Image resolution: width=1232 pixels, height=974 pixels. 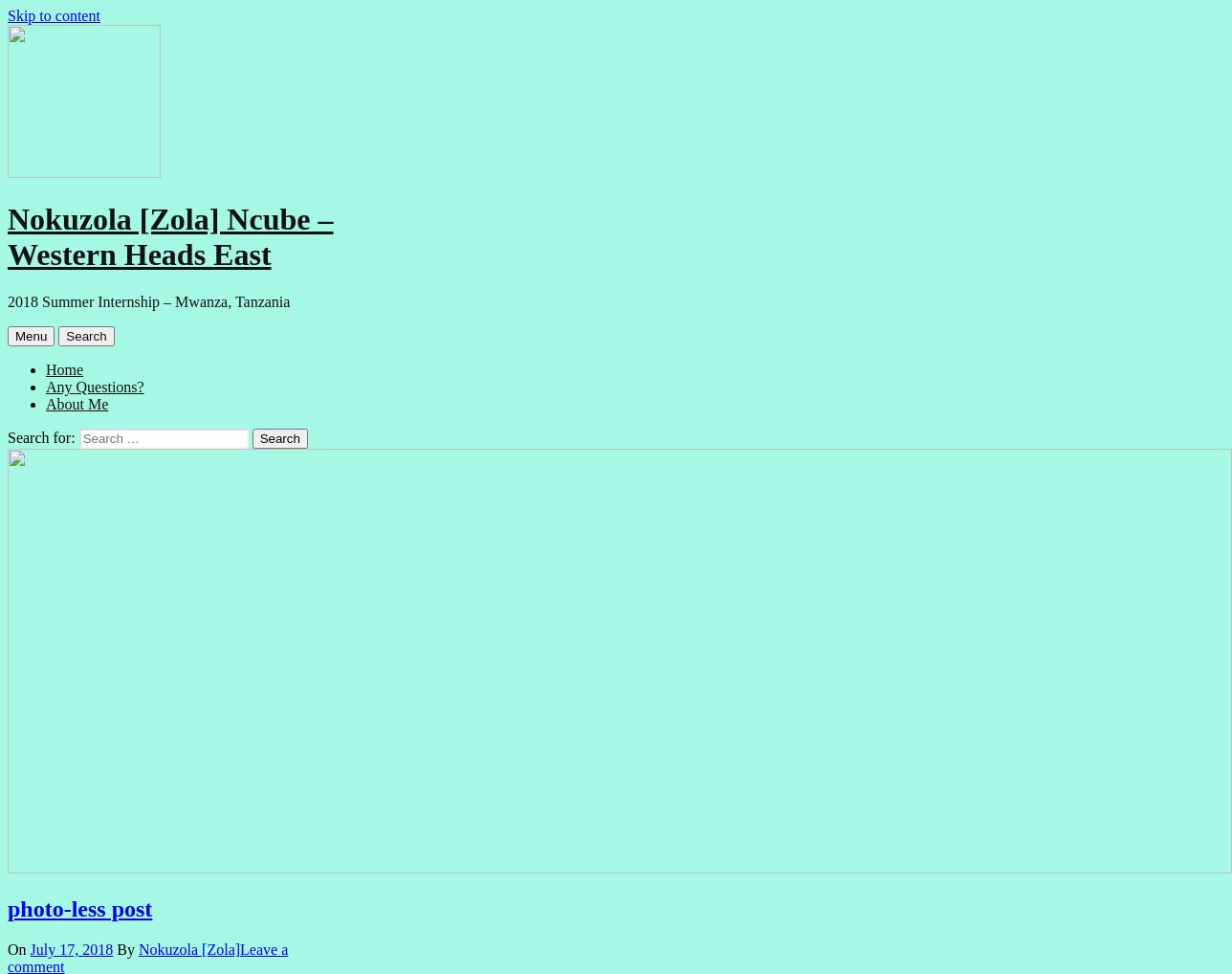 What do you see at coordinates (95, 386) in the screenshot?
I see `'Any Questions?'` at bounding box center [95, 386].